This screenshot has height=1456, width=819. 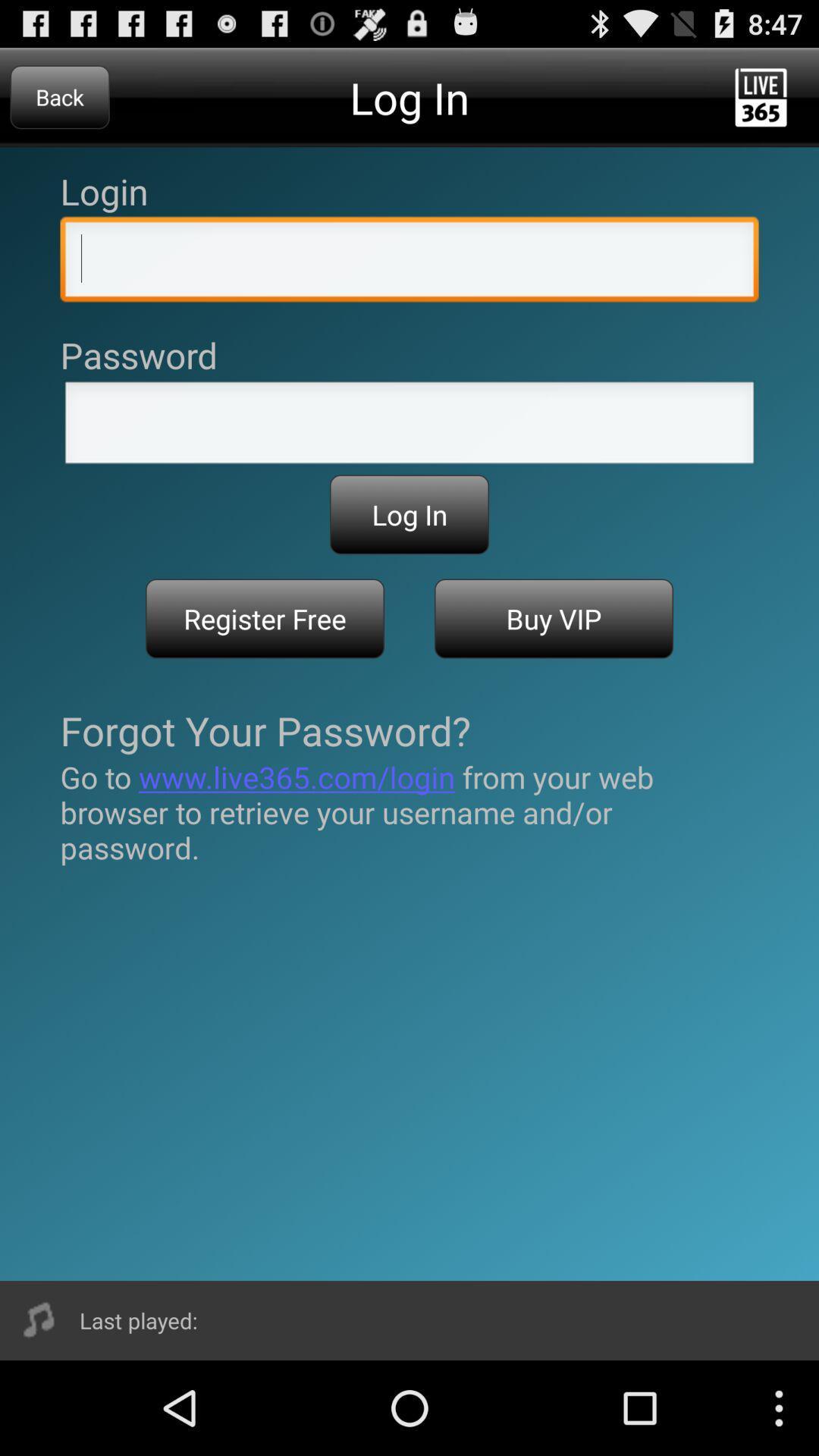 I want to click on back item, so click(x=59, y=96).